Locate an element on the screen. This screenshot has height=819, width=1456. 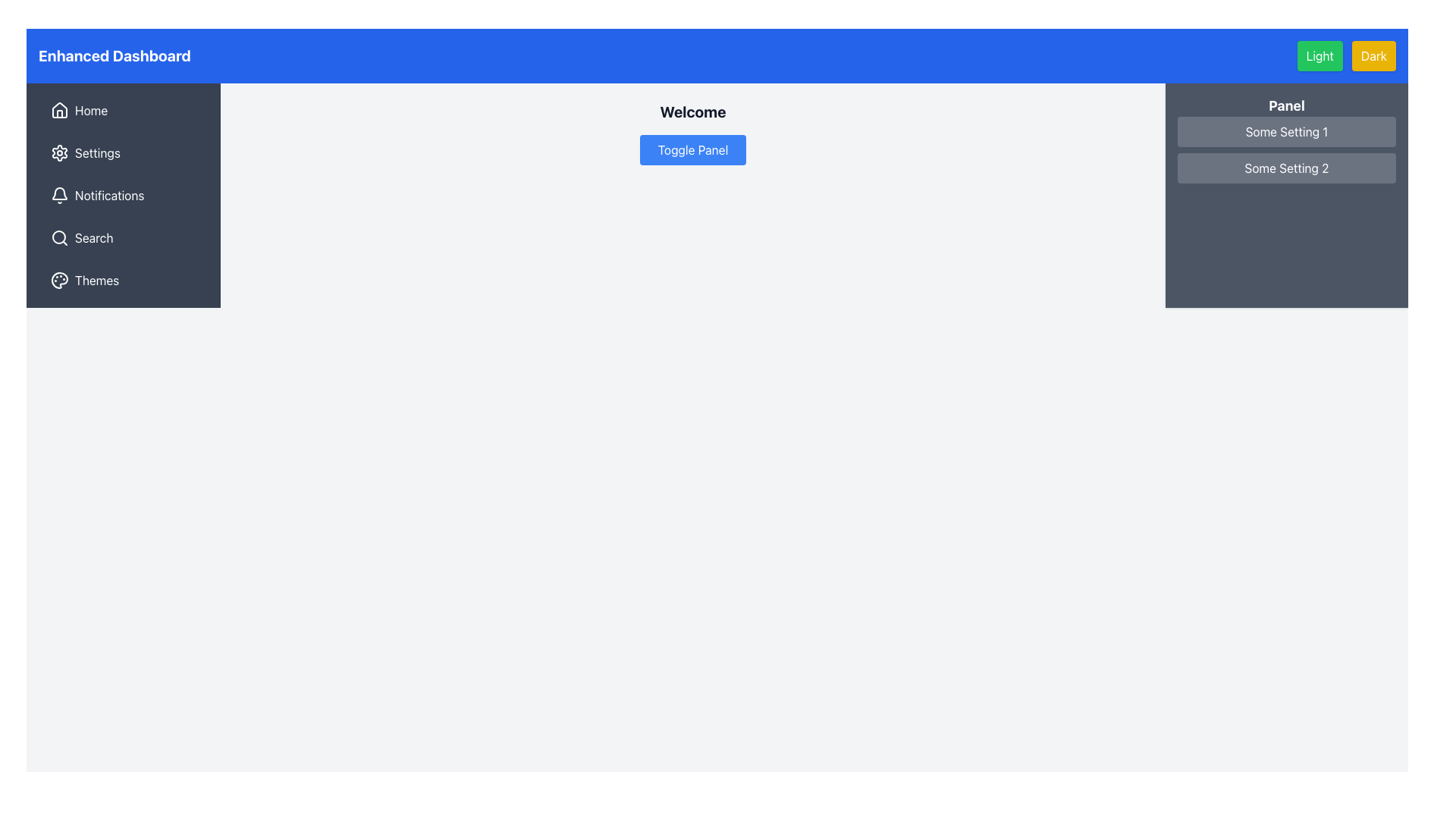
the painter's palette SVG icon located within the 'Themes' section of the left navigation menu is located at coordinates (59, 281).